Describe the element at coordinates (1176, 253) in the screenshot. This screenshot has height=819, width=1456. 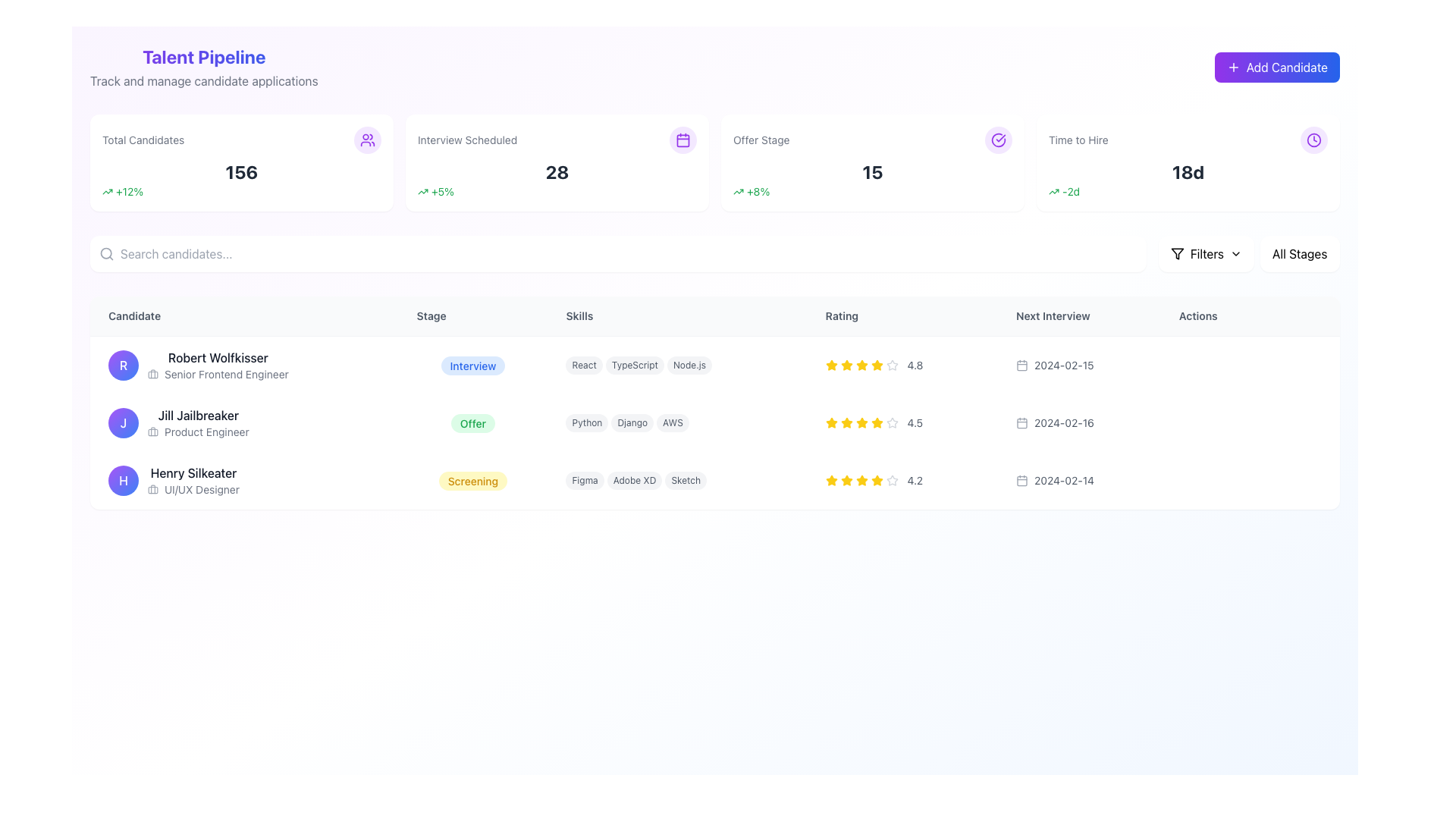
I see `the filter icon located on the left side of the 'Filters' button group in the header bar above the table` at that location.